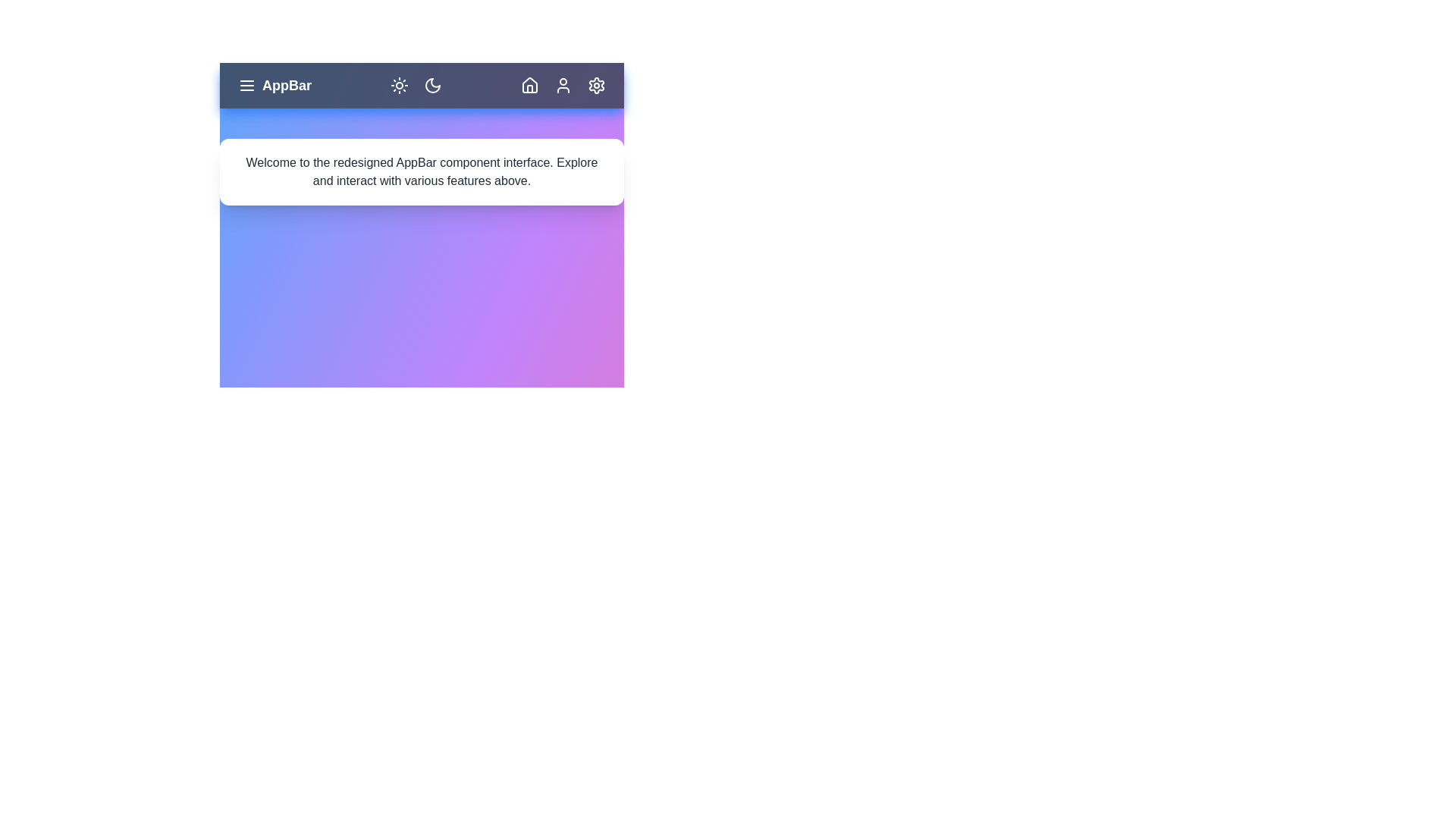  I want to click on the menu icon to toggle the navigation menu, so click(247, 85).